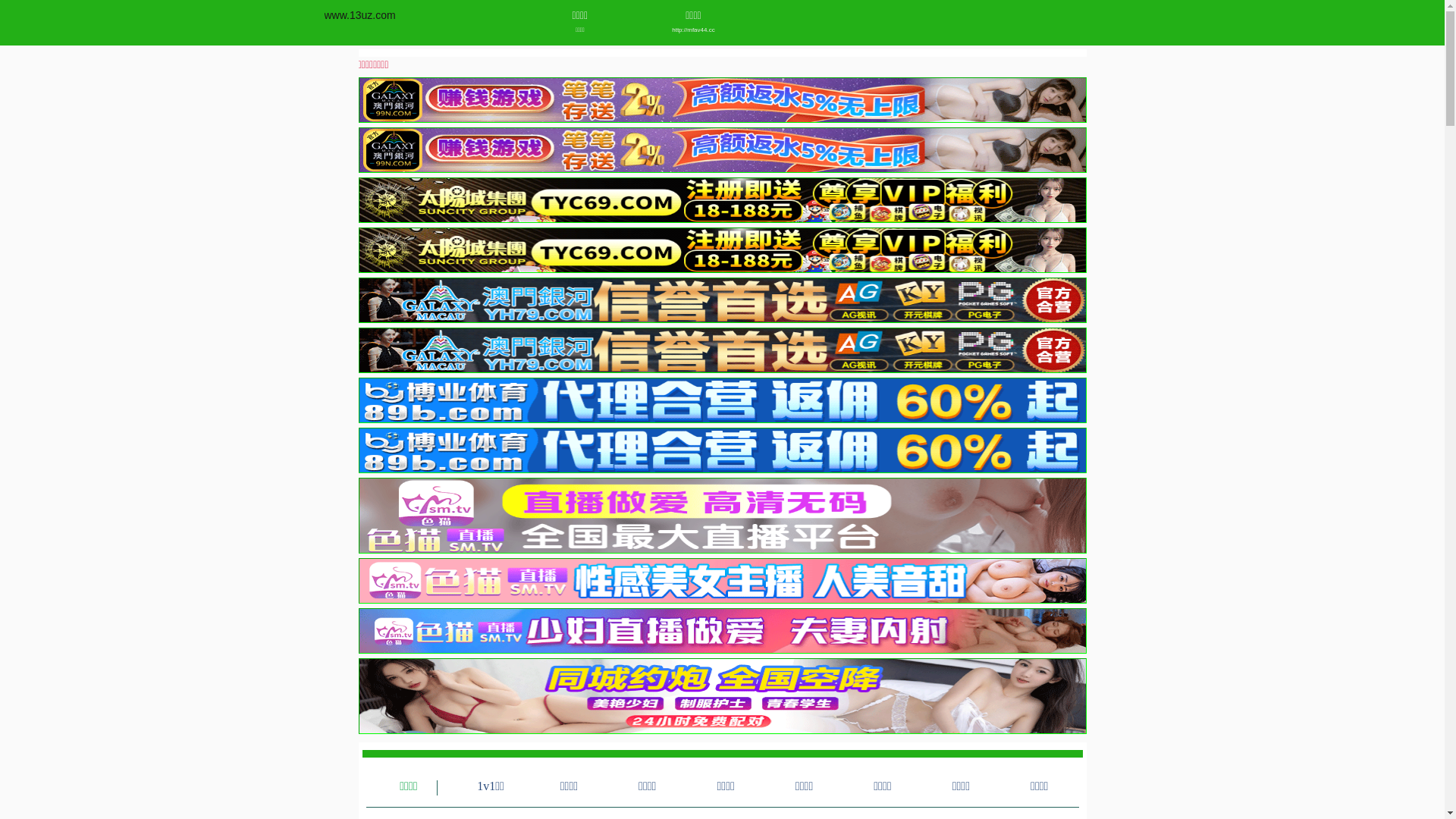 The height and width of the screenshot is (819, 1456). Describe the element at coordinates (644, 30) in the screenshot. I see `'http://mfav44.cc'` at that location.